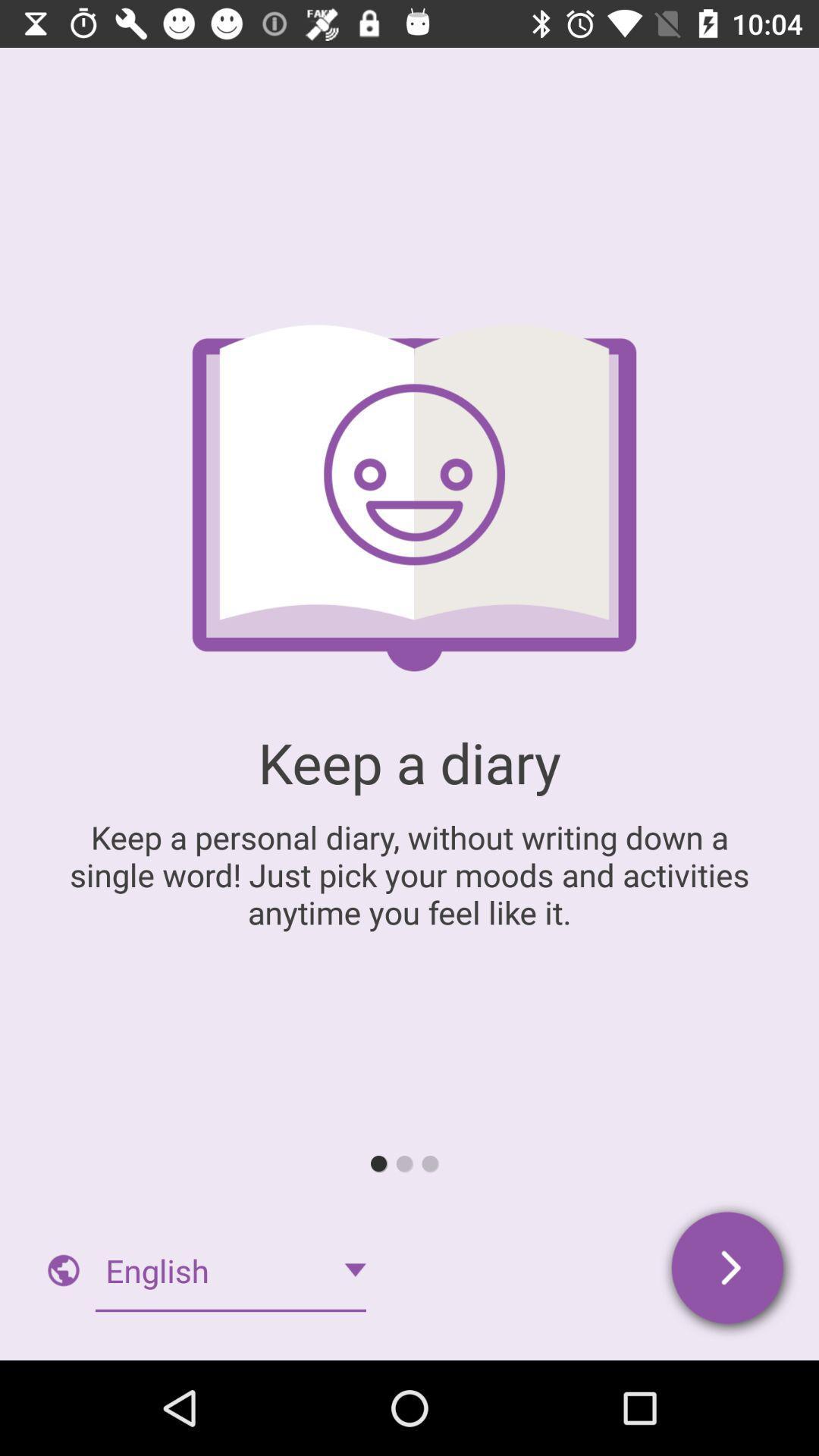 The height and width of the screenshot is (1456, 819). I want to click on diary, so click(728, 1270).